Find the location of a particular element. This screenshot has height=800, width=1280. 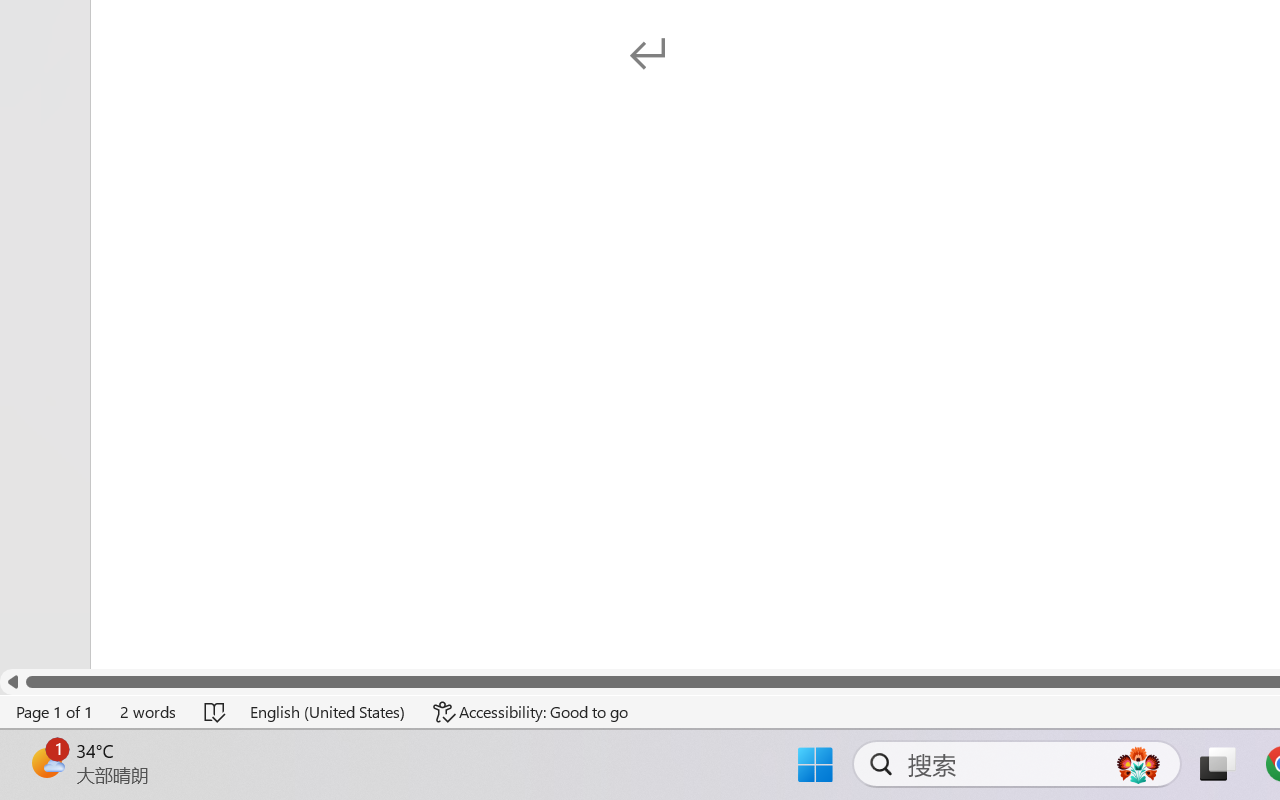

'Spelling and Grammar Check No Errors' is located at coordinates (216, 711).